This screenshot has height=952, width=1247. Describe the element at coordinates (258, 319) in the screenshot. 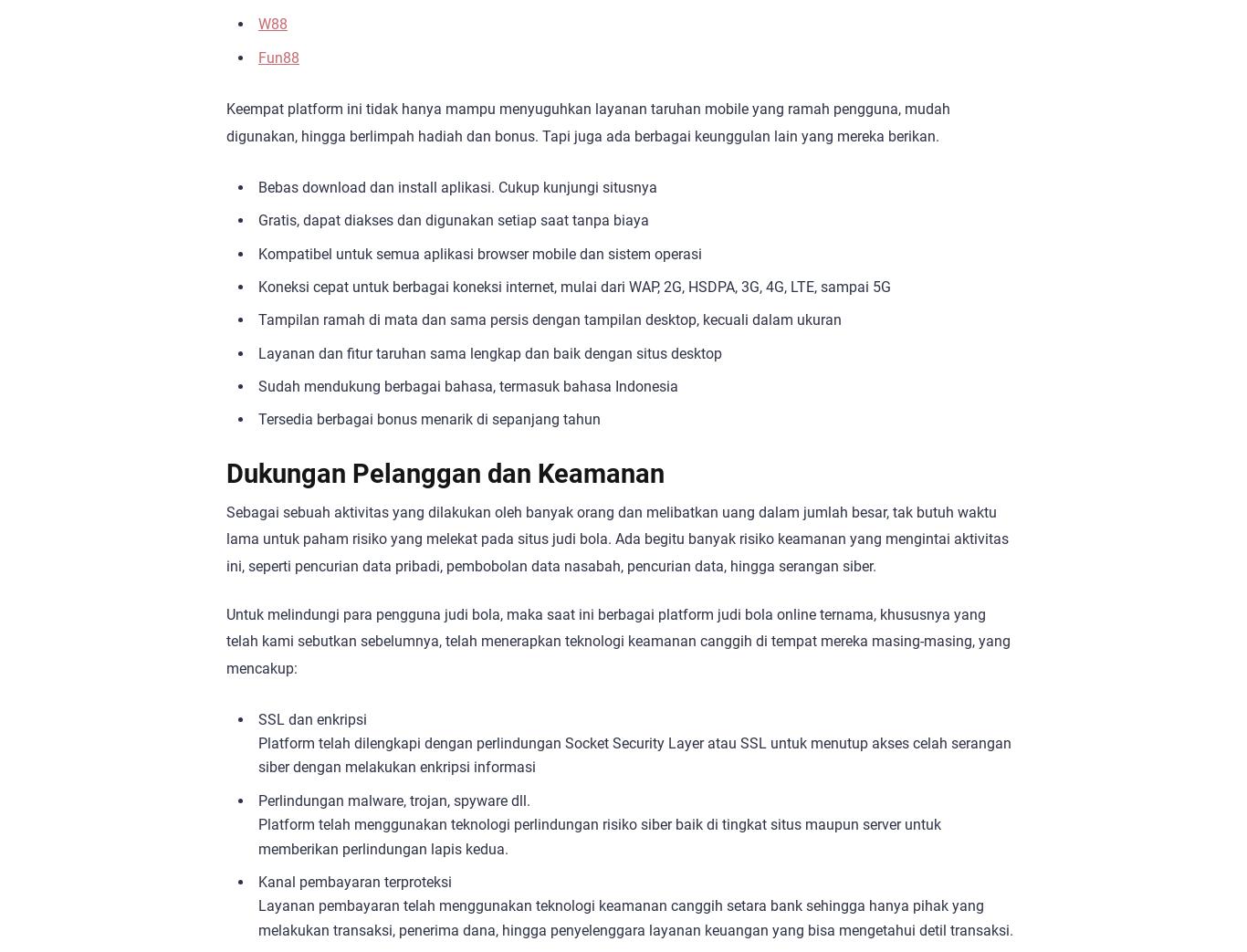

I see `'Tampilan ramah di mata dan sama persis dengan tampilan desktop, kecuali dalam ukuran'` at that location.